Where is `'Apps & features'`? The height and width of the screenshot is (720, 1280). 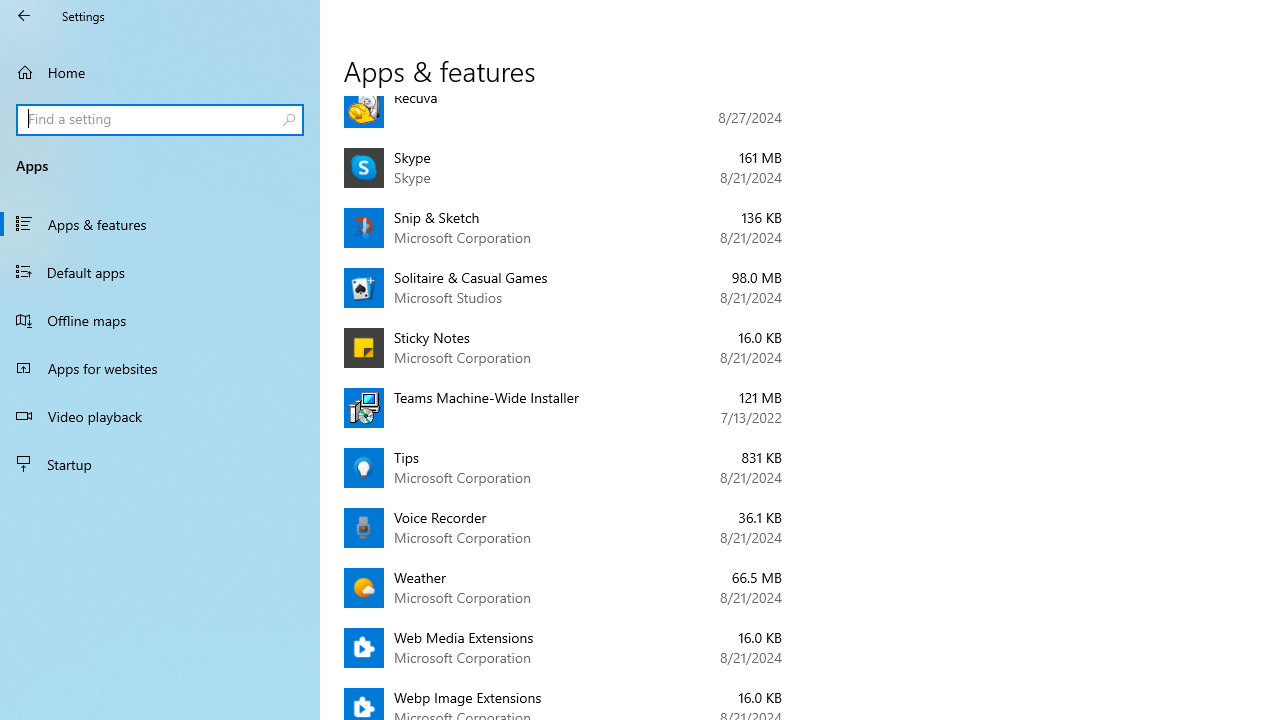
'Apps & features' is located at coordinates (160, 223).